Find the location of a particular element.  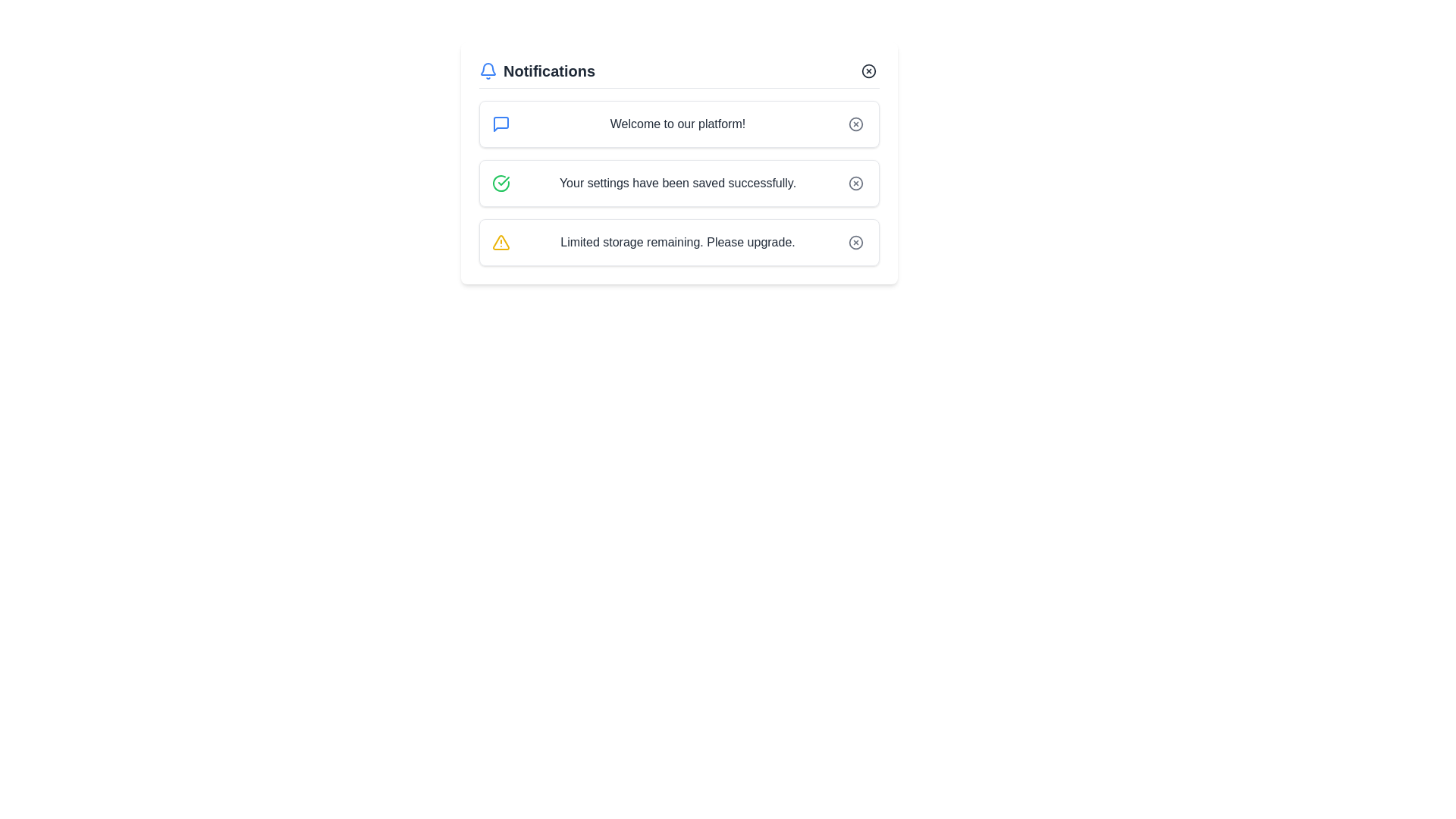

the second notification item in the Notifications section that contains a check mark icon and the message 'Your settings have been saved successfully.' is located at coordinates (679, 183).